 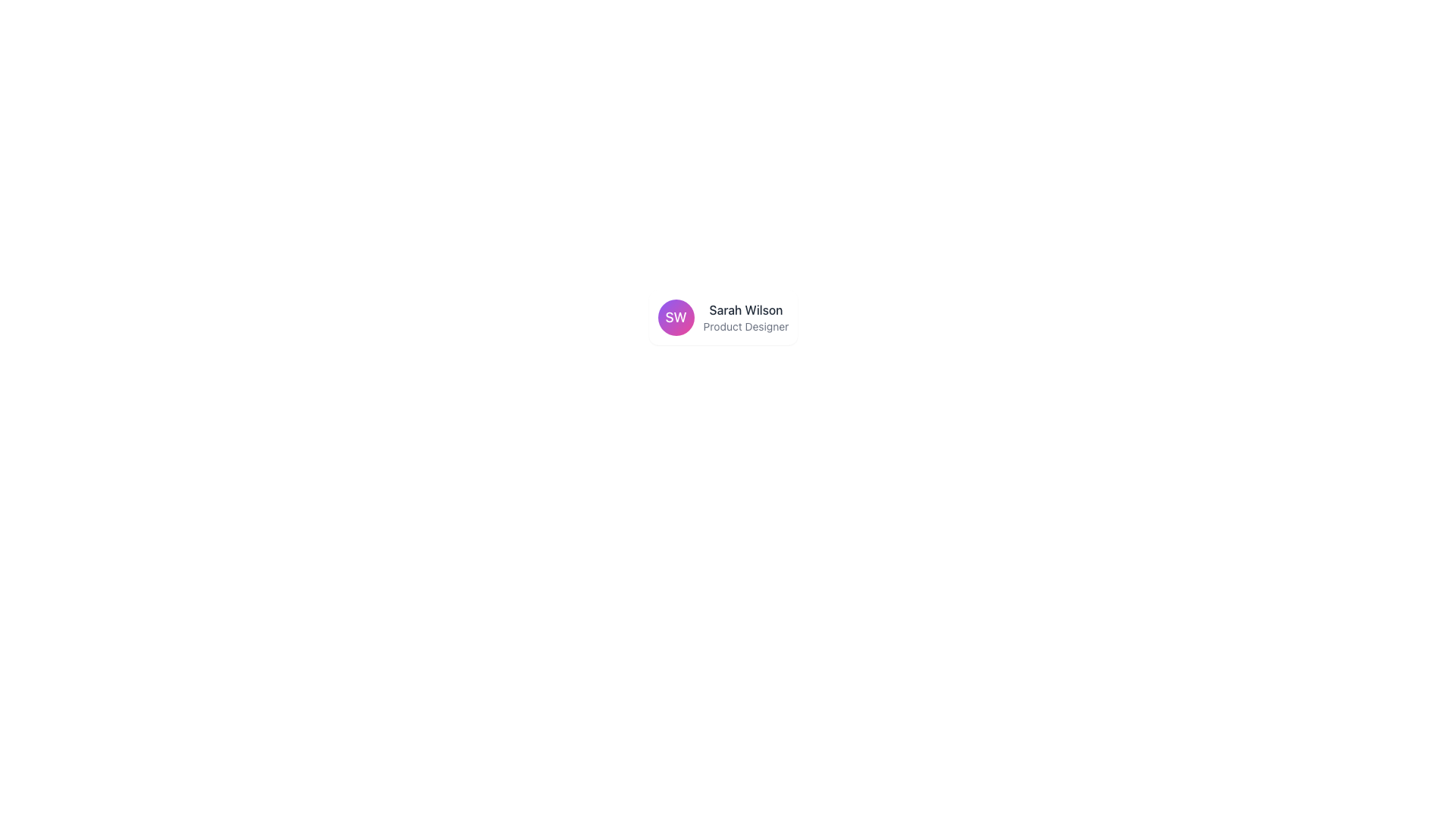 What do you see at coordinates (745, 326) in the screenshot?
I see `text content of the label located directly beneath the 'Sarah Wilson' text, which displays a title or role description associated with her` at bounding box center [745, 326].